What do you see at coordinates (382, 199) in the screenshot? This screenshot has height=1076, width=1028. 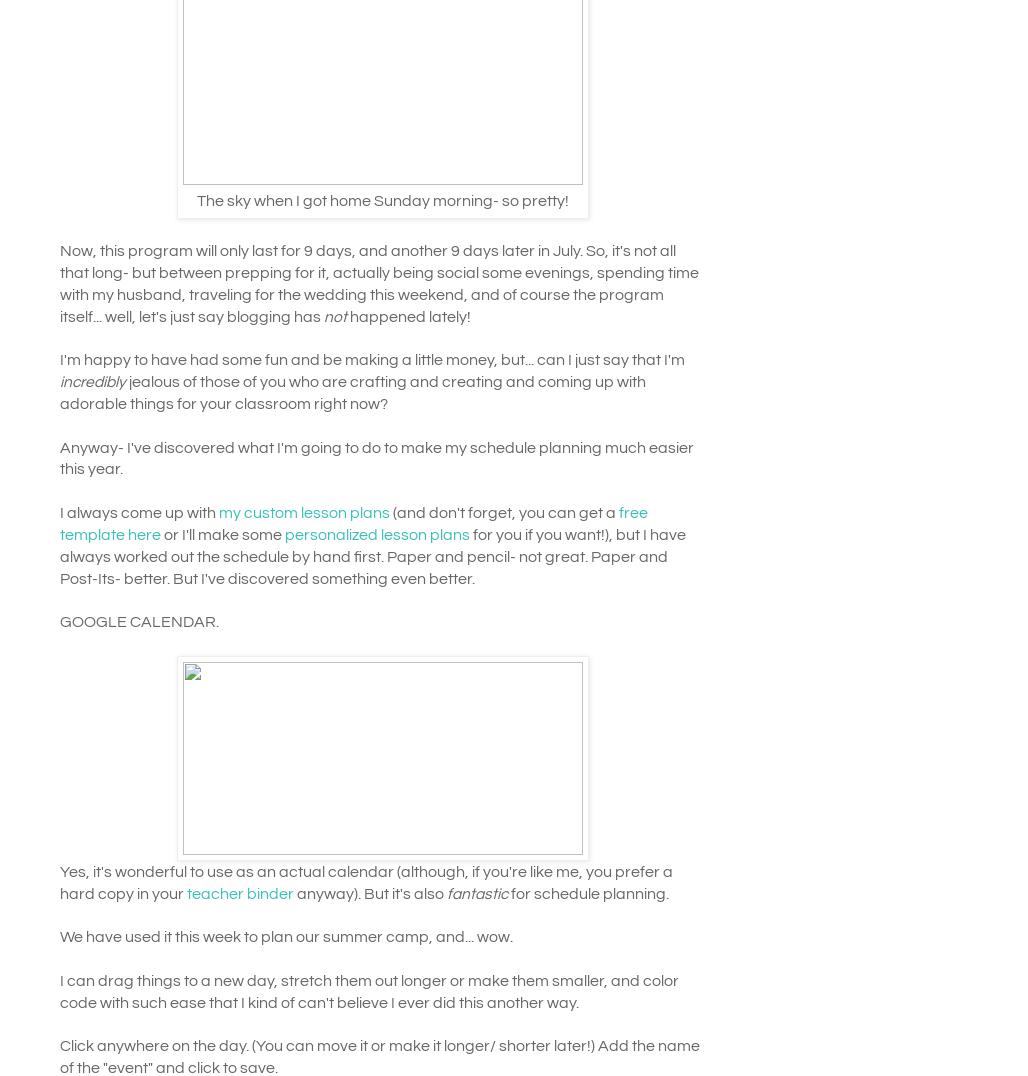 I see `'The sky when I got home Sunday morning- so pretty!'` at bounding box center [382, 199].